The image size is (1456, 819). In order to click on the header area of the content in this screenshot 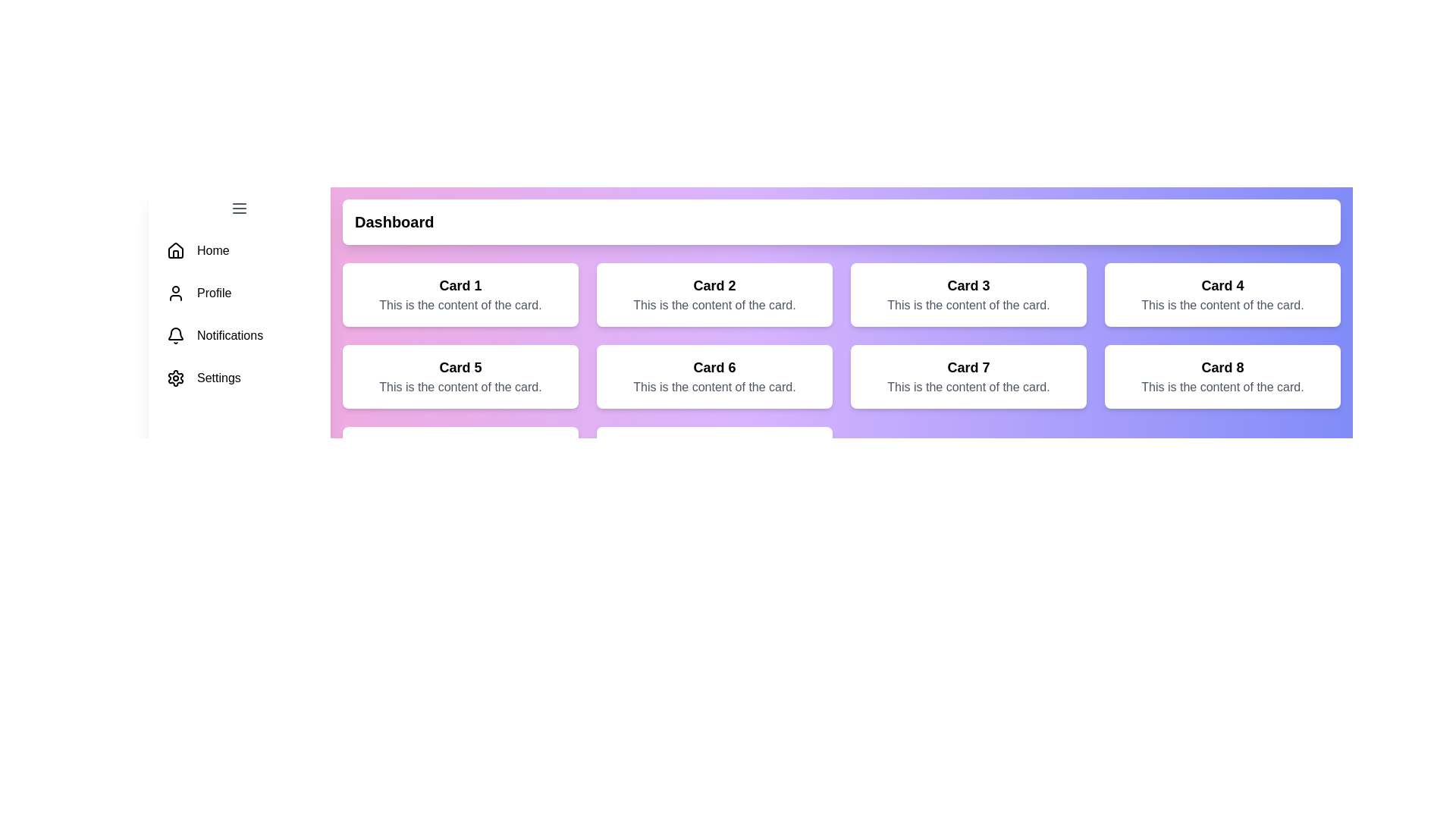, I will do `click(840, 222)`.